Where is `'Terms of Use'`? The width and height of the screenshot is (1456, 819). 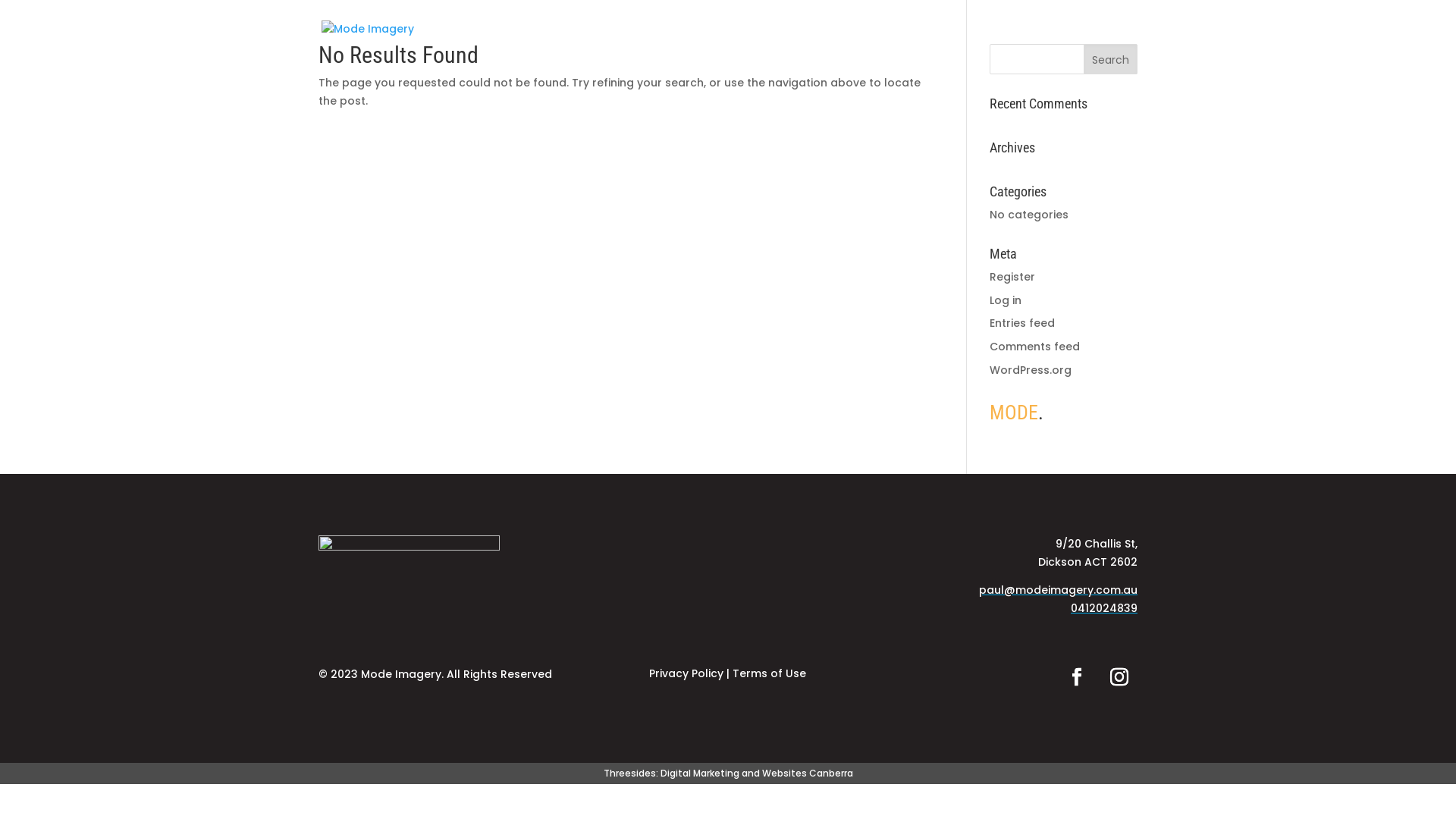 'Terms of Use' is located at coordinates (769, 672).